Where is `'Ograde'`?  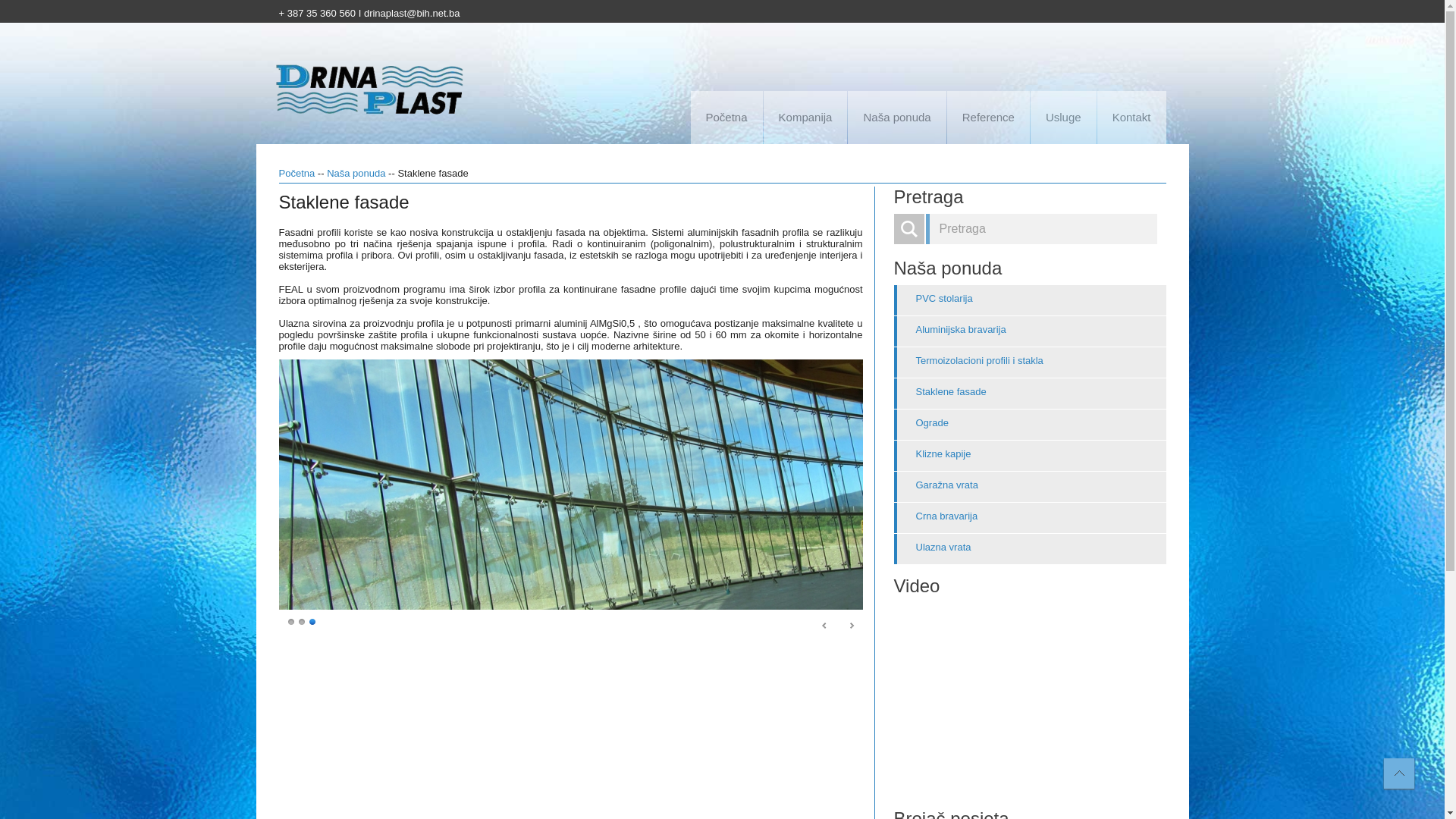
'Ograde' is located at coordinates (1029, 424).